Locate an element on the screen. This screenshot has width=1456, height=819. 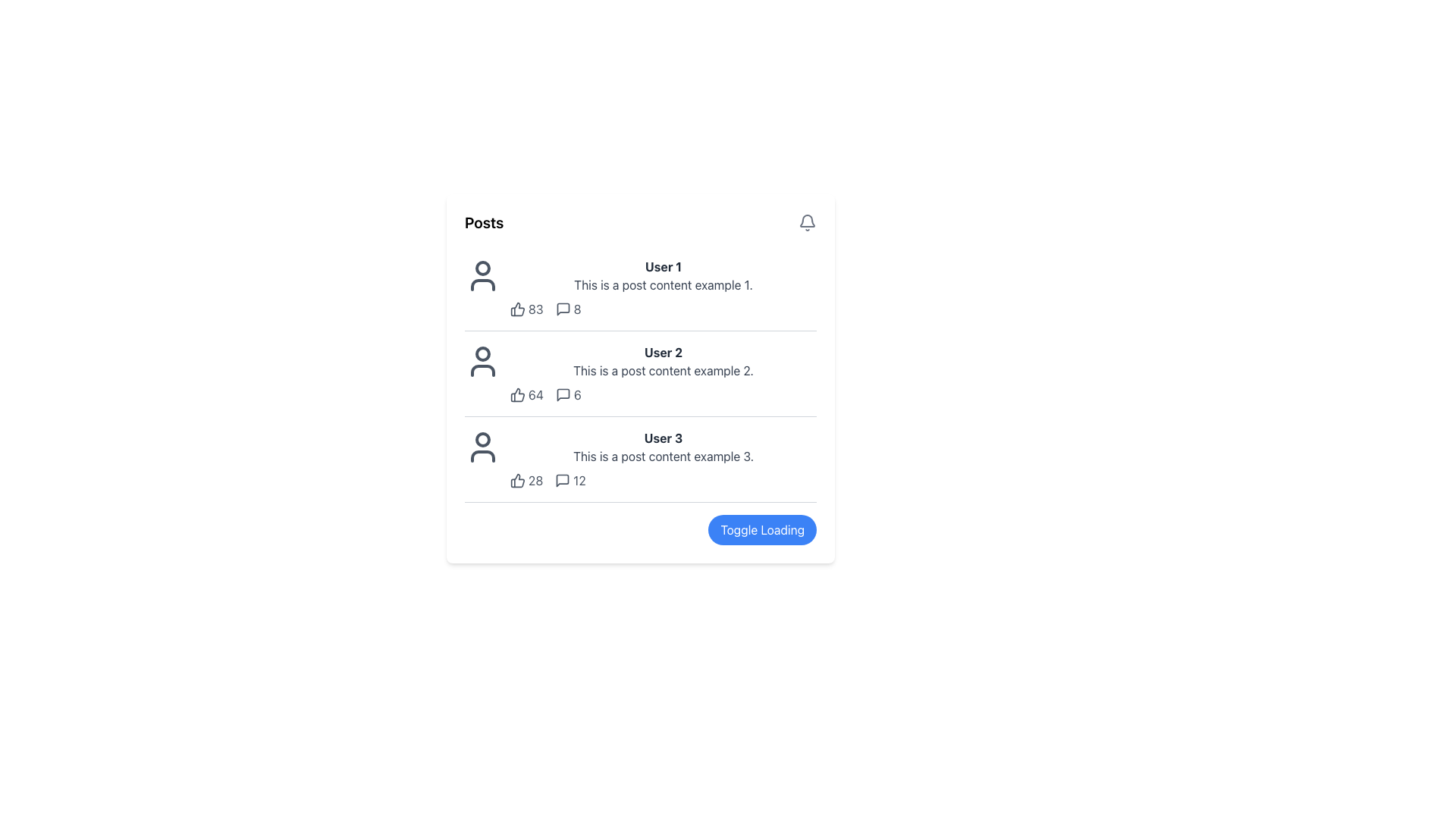
the first post display block in the feed, which includes the post author, content, likes, and comments, located below the 'Posts' header is located at coordinates (640, 288).